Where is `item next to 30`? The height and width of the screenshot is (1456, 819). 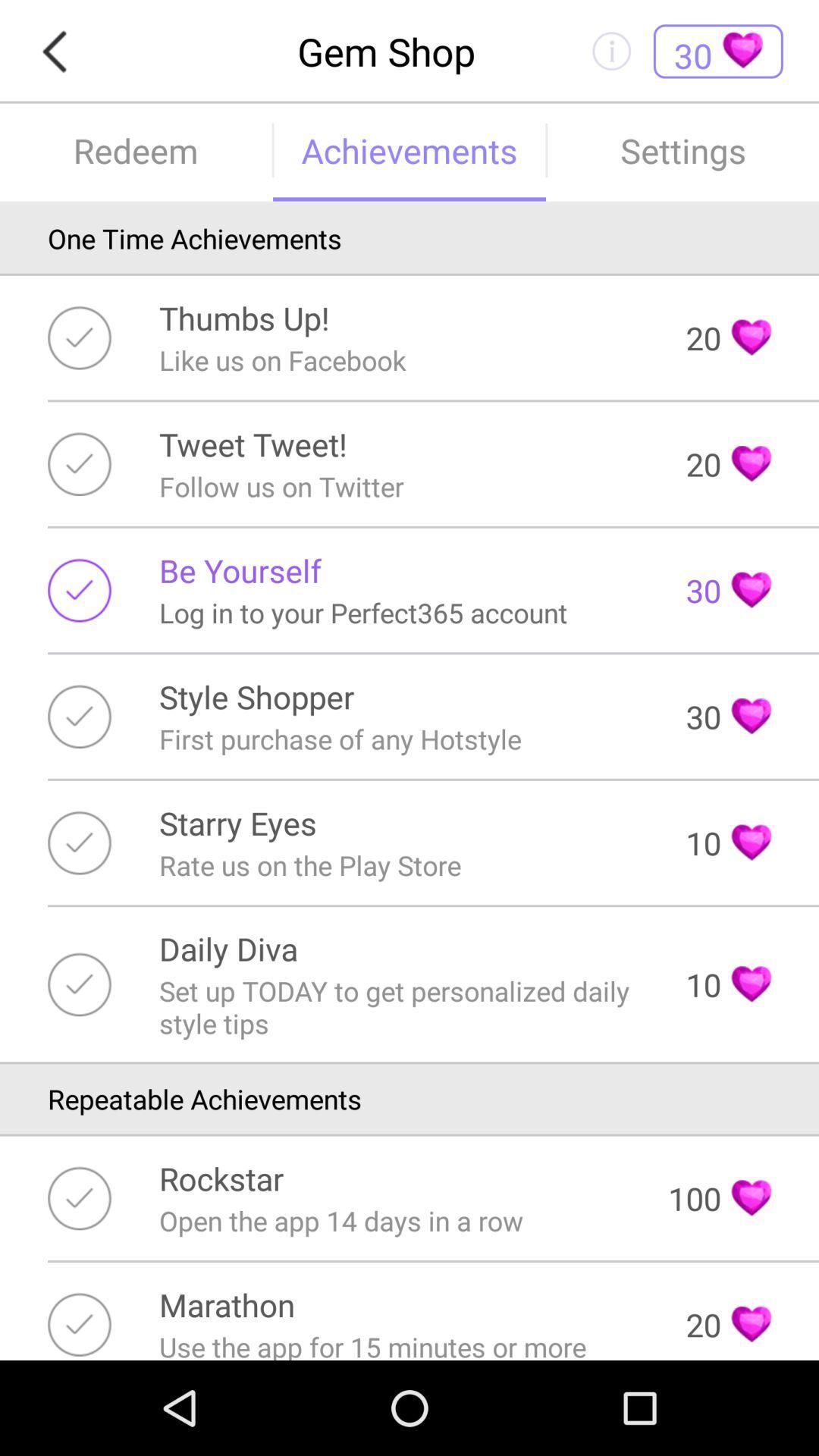 item next to 30 is located at coordinates (239, 570).